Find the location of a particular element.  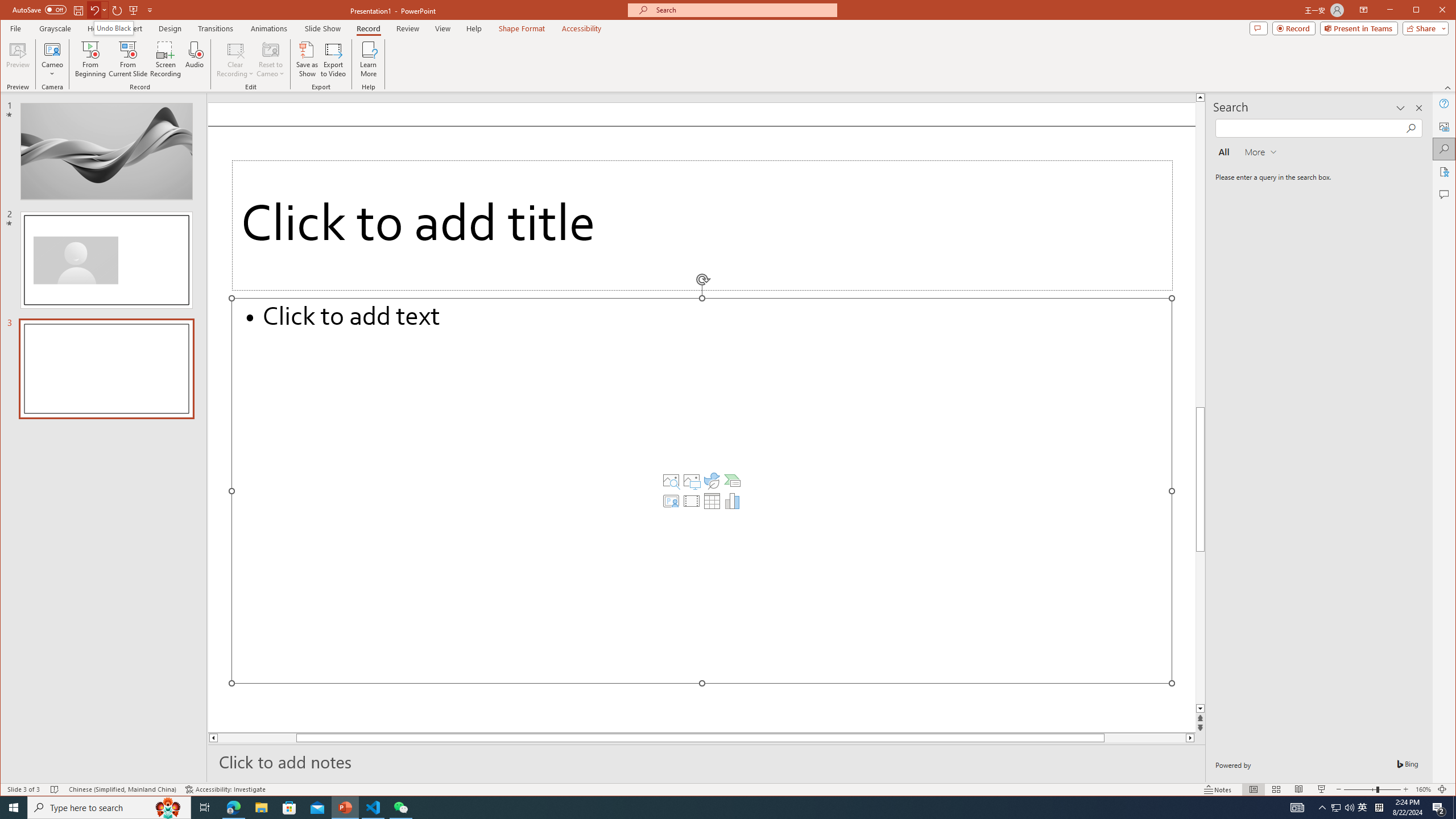

'Type here to search' is located at coordinates (109, 806).